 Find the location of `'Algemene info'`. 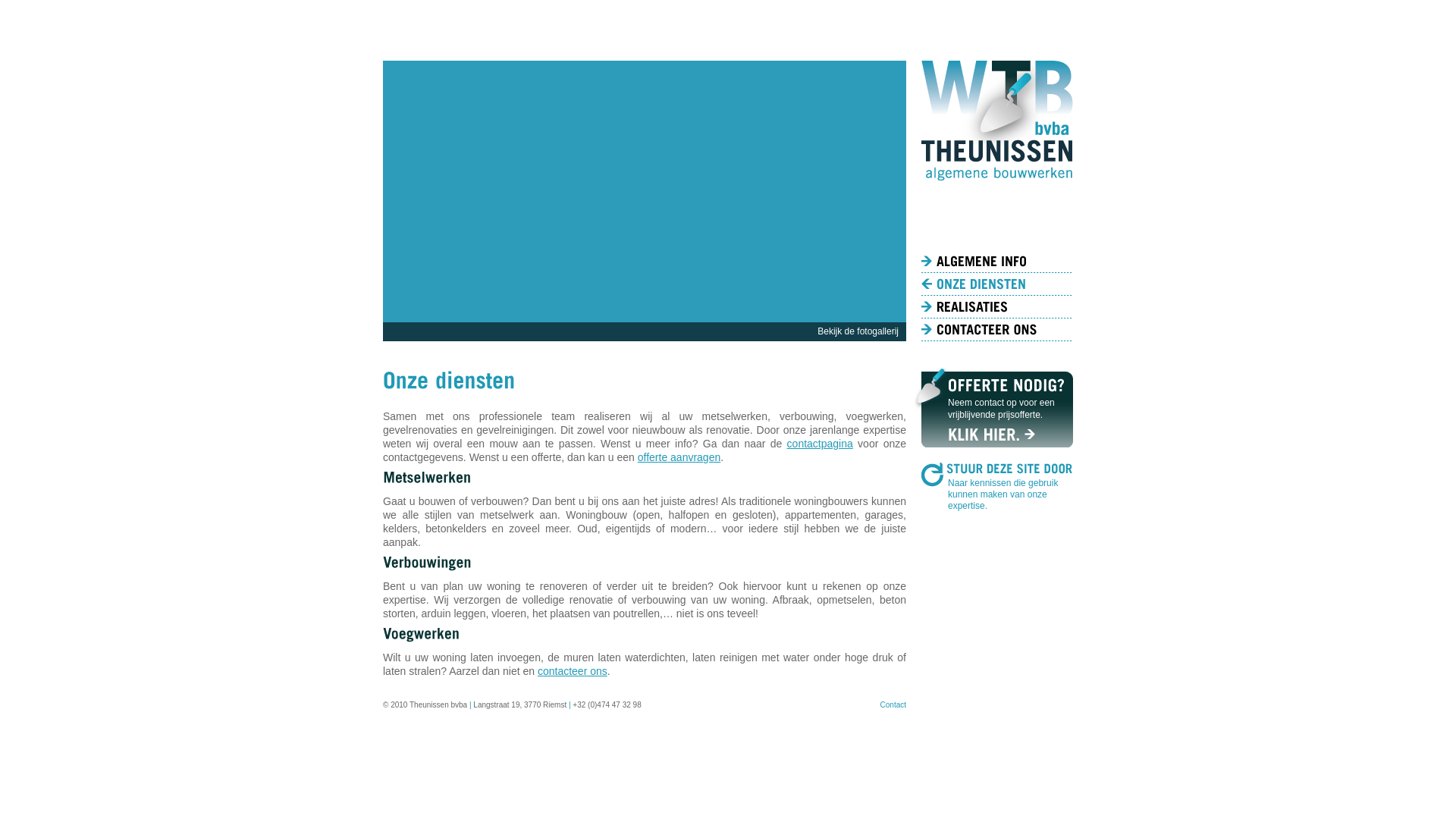

'Algemene info' is located at coordinates (997, 260).